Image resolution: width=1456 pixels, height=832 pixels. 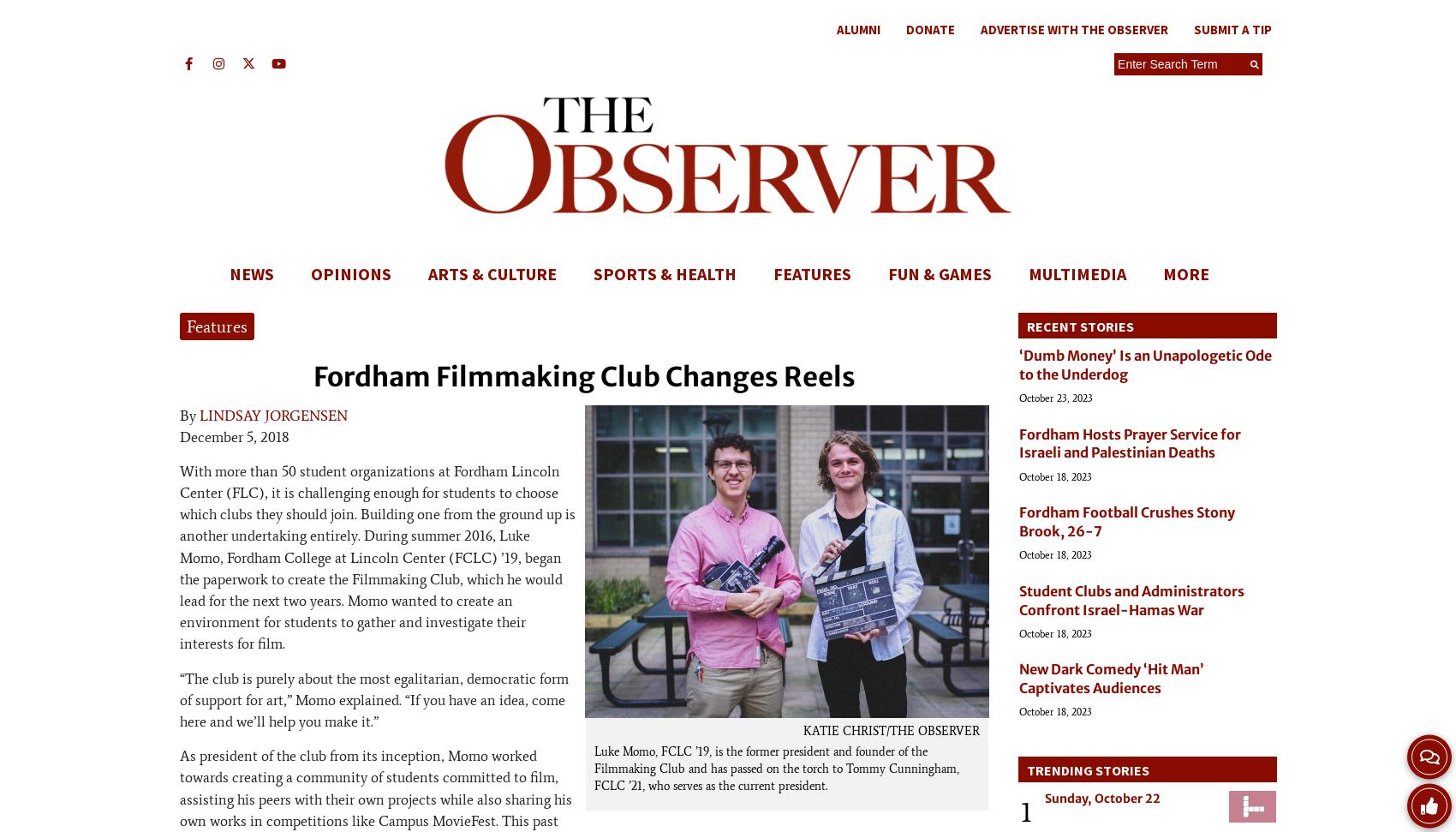 What do you see at coordinates (217, 326) in the screenshot?
I see `'Features'` at bounding box center [217, 326].